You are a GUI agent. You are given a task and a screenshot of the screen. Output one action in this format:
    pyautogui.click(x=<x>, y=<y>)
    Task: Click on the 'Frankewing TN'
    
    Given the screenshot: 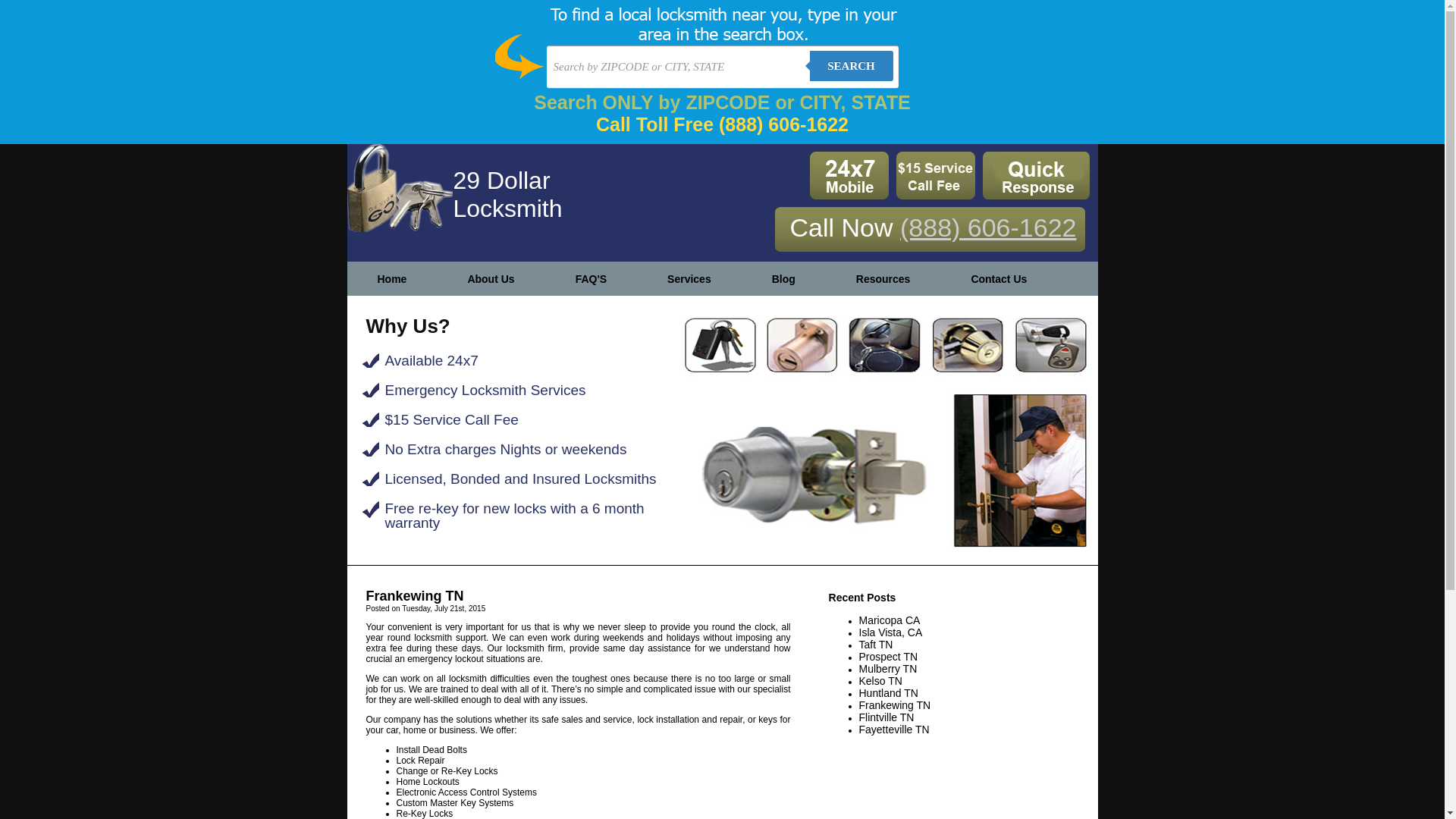 What is the action you would take?
    pyautogui.click(x=894, y=704)
    